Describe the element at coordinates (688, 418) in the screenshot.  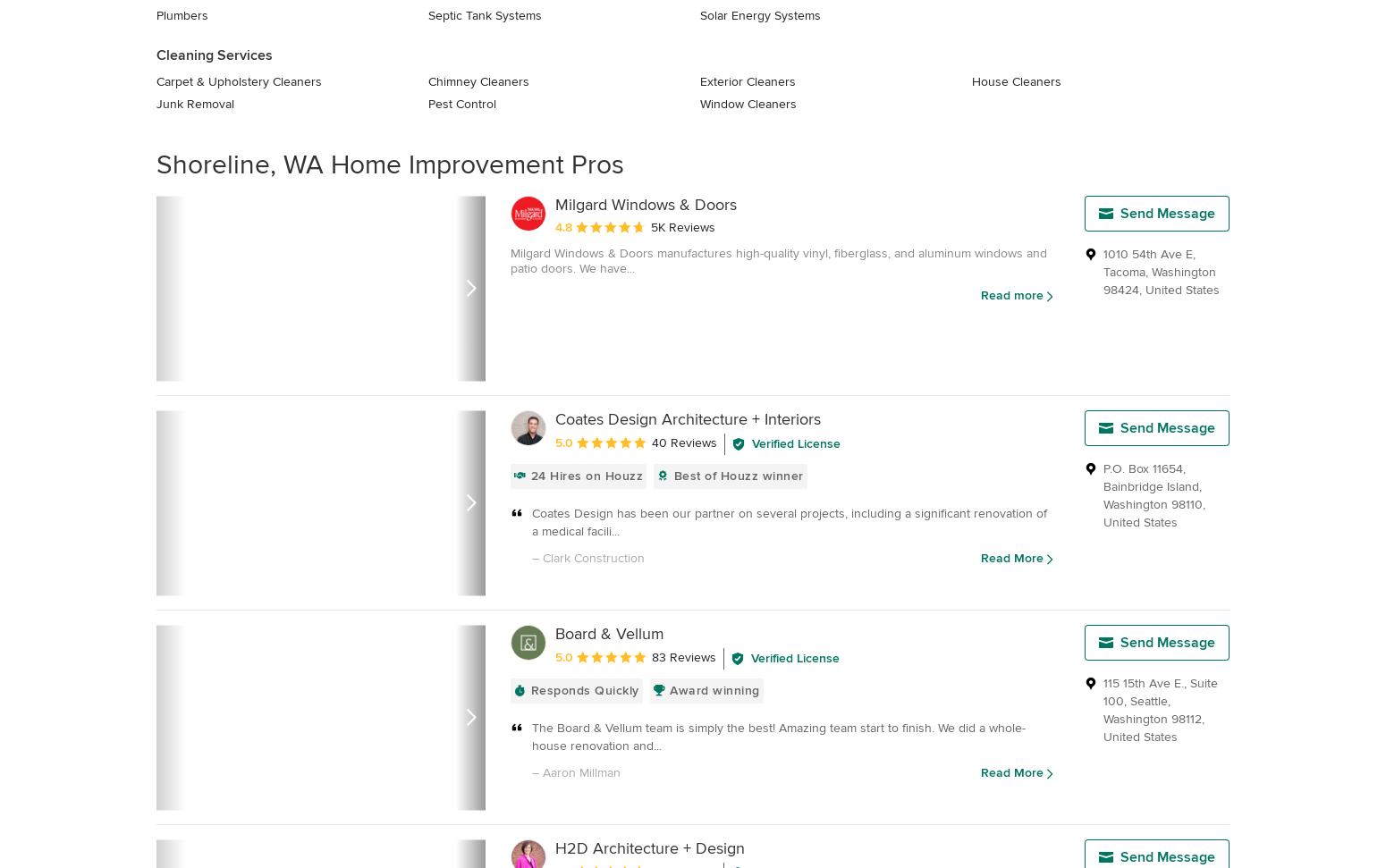
I see `'Coates Design Architecture + Interiors'` at that location.